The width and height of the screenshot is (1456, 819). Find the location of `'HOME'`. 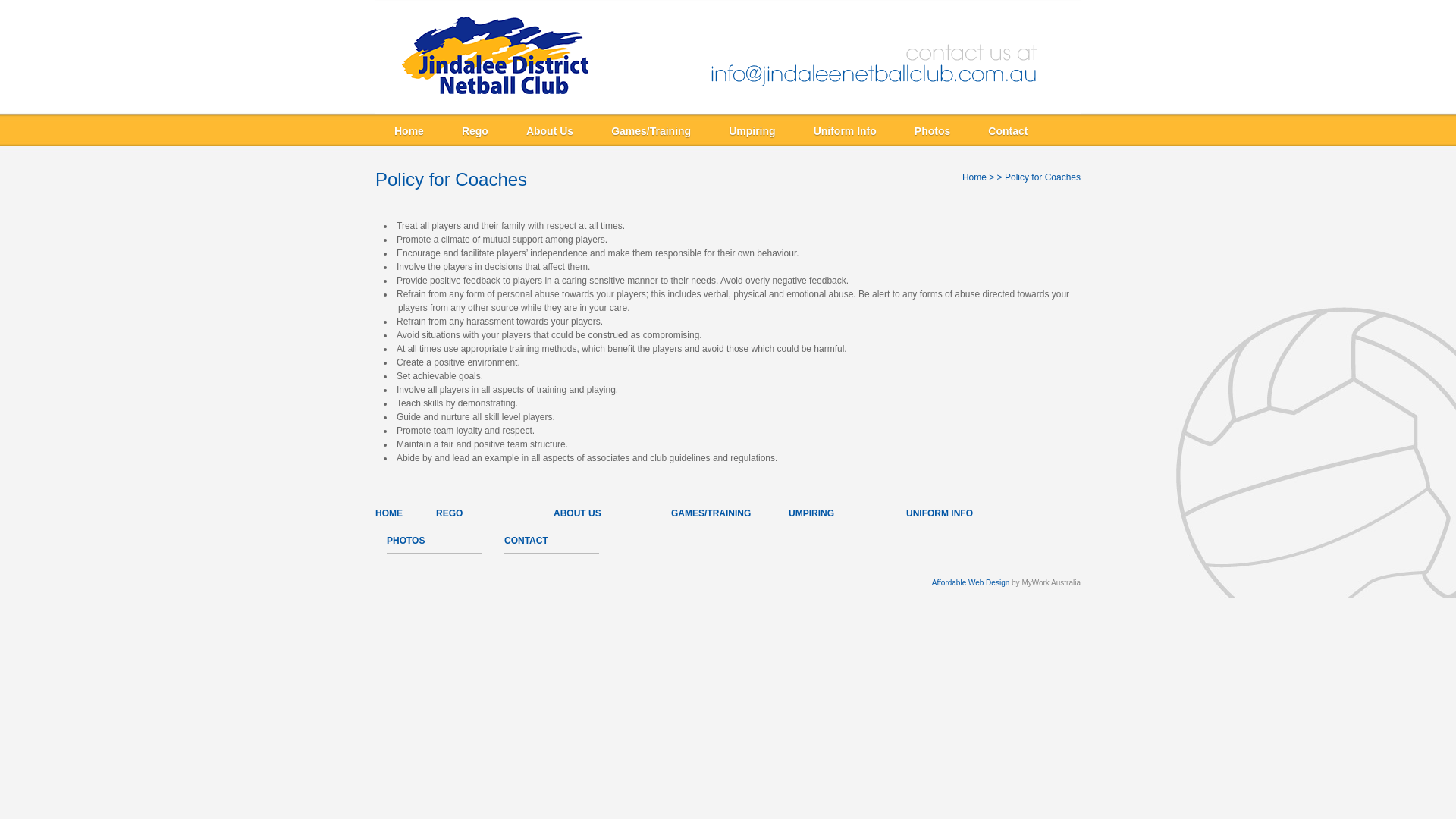

'HOME' is located at coordinates (389, 513).